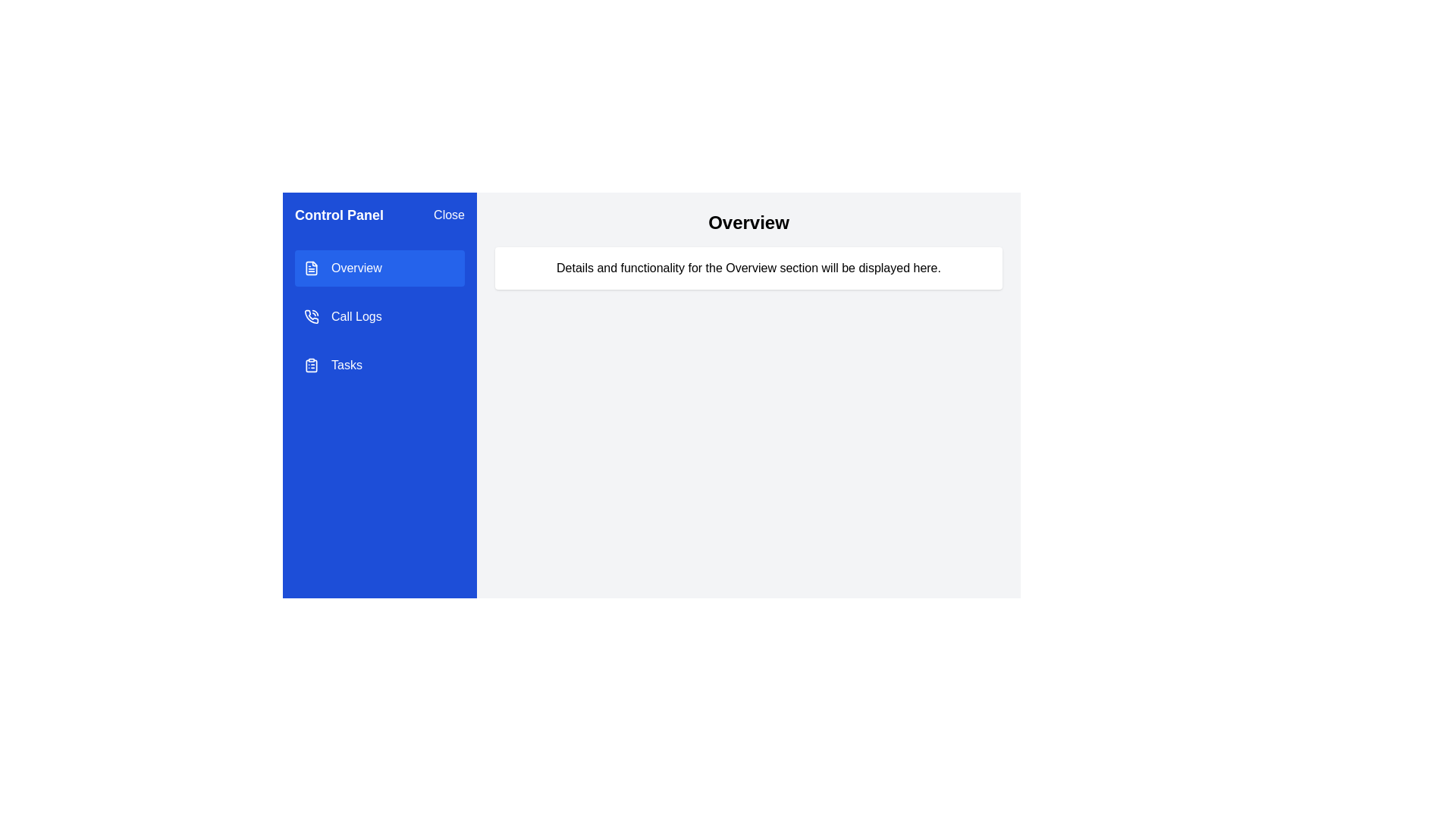  What do you see at coordinates (379, 268) in the screenshot?
I see `the menu item Overview from the sidebar` at bounding box center [379, 268].